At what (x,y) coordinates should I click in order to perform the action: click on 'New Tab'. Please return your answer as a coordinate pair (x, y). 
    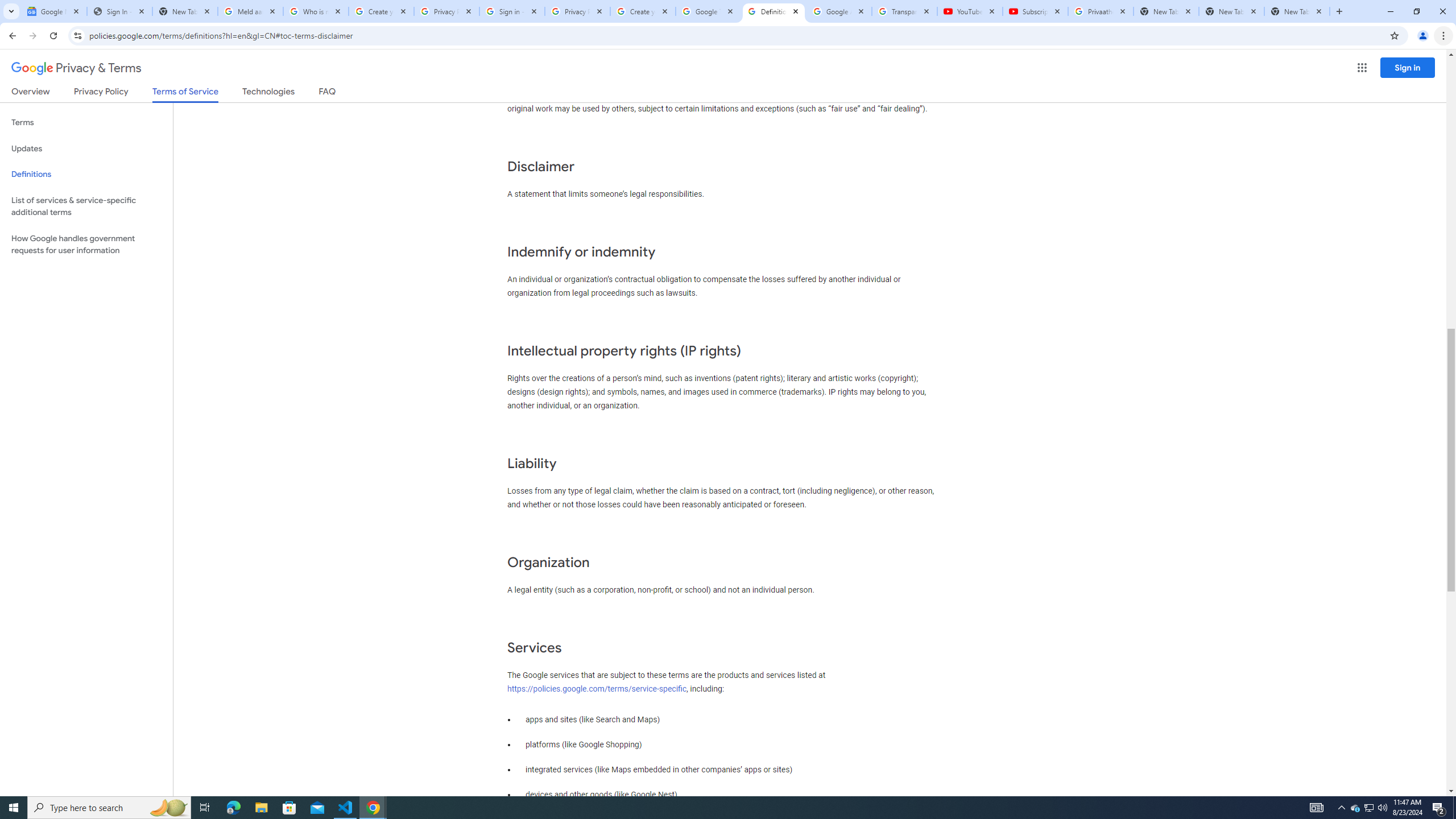
    Looking at the image, I should click on (1296, 11).